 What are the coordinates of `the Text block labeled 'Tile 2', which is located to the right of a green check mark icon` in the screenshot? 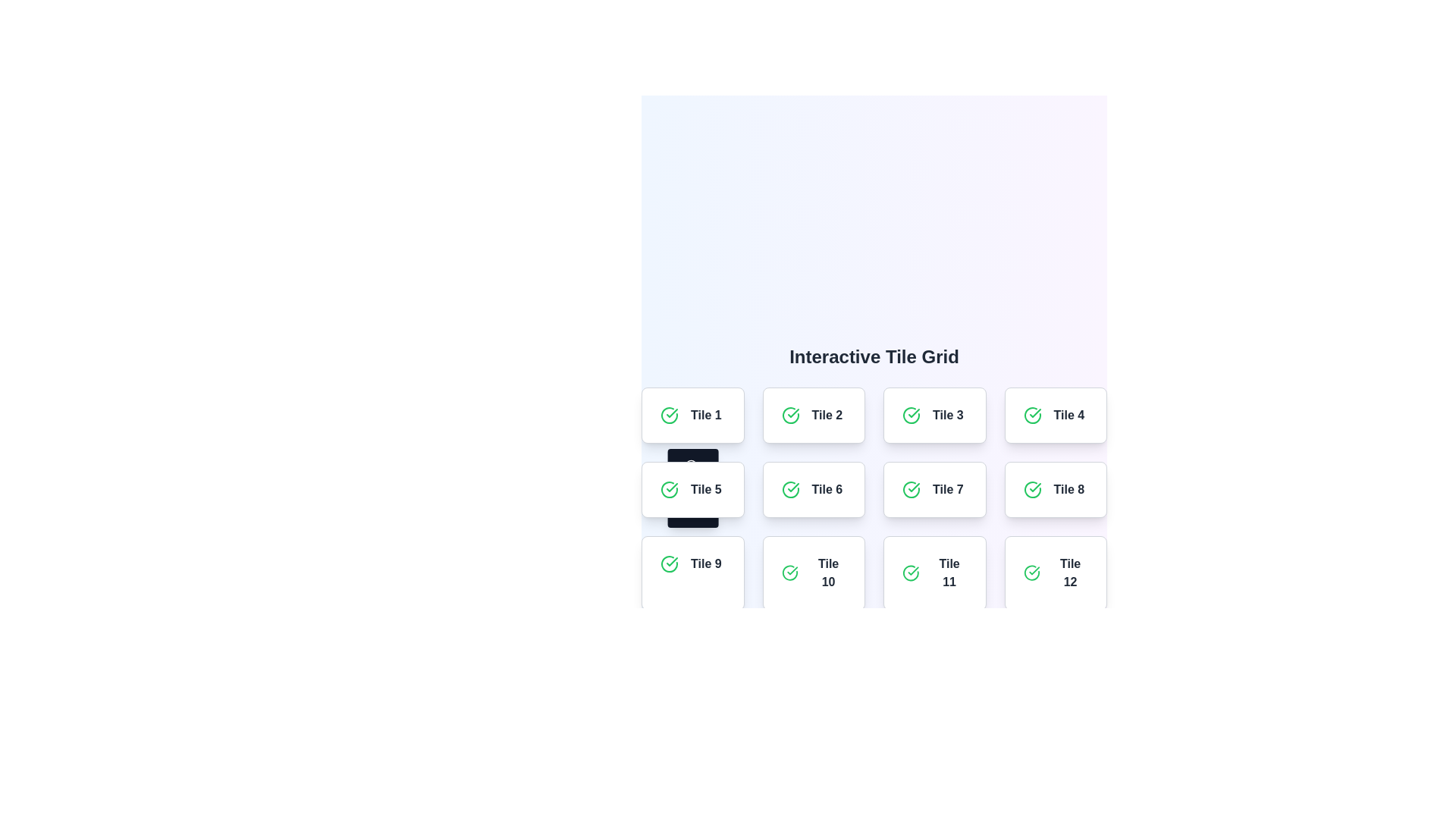 It's located at (826, 415).